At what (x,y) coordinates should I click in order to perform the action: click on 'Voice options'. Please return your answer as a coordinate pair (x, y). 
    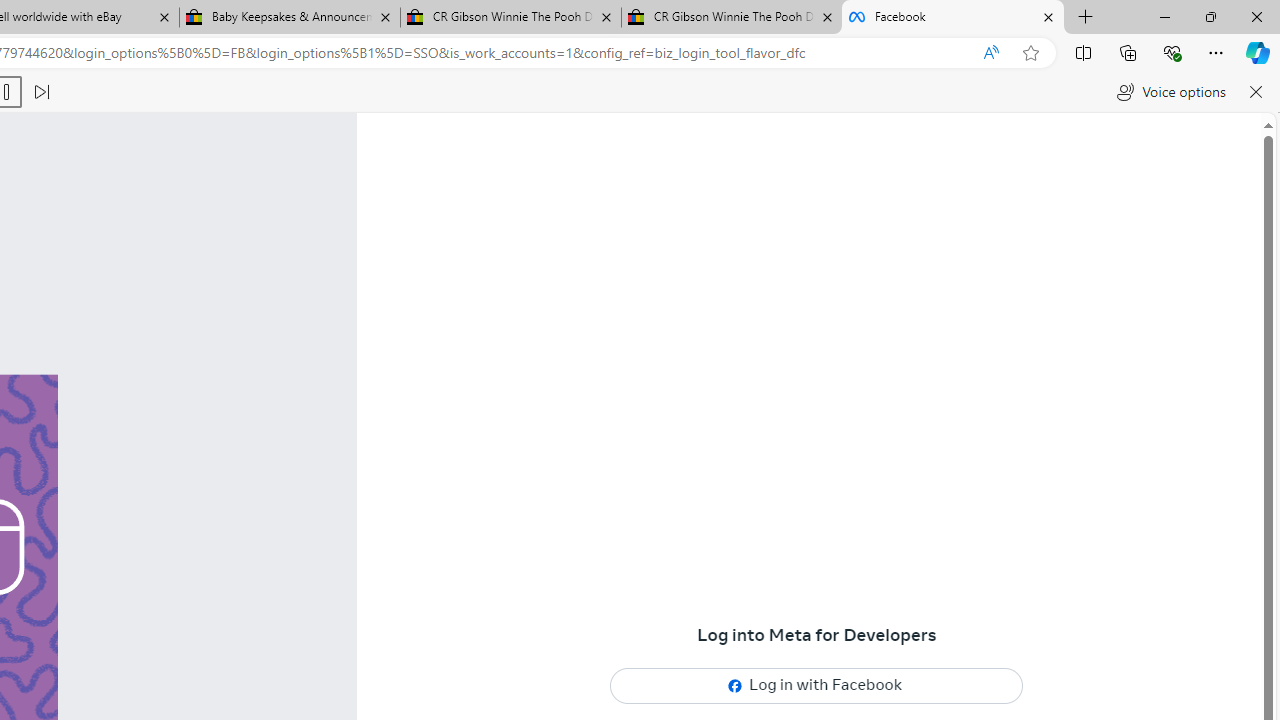
    Looking at the image, I should click on (1171, 92).